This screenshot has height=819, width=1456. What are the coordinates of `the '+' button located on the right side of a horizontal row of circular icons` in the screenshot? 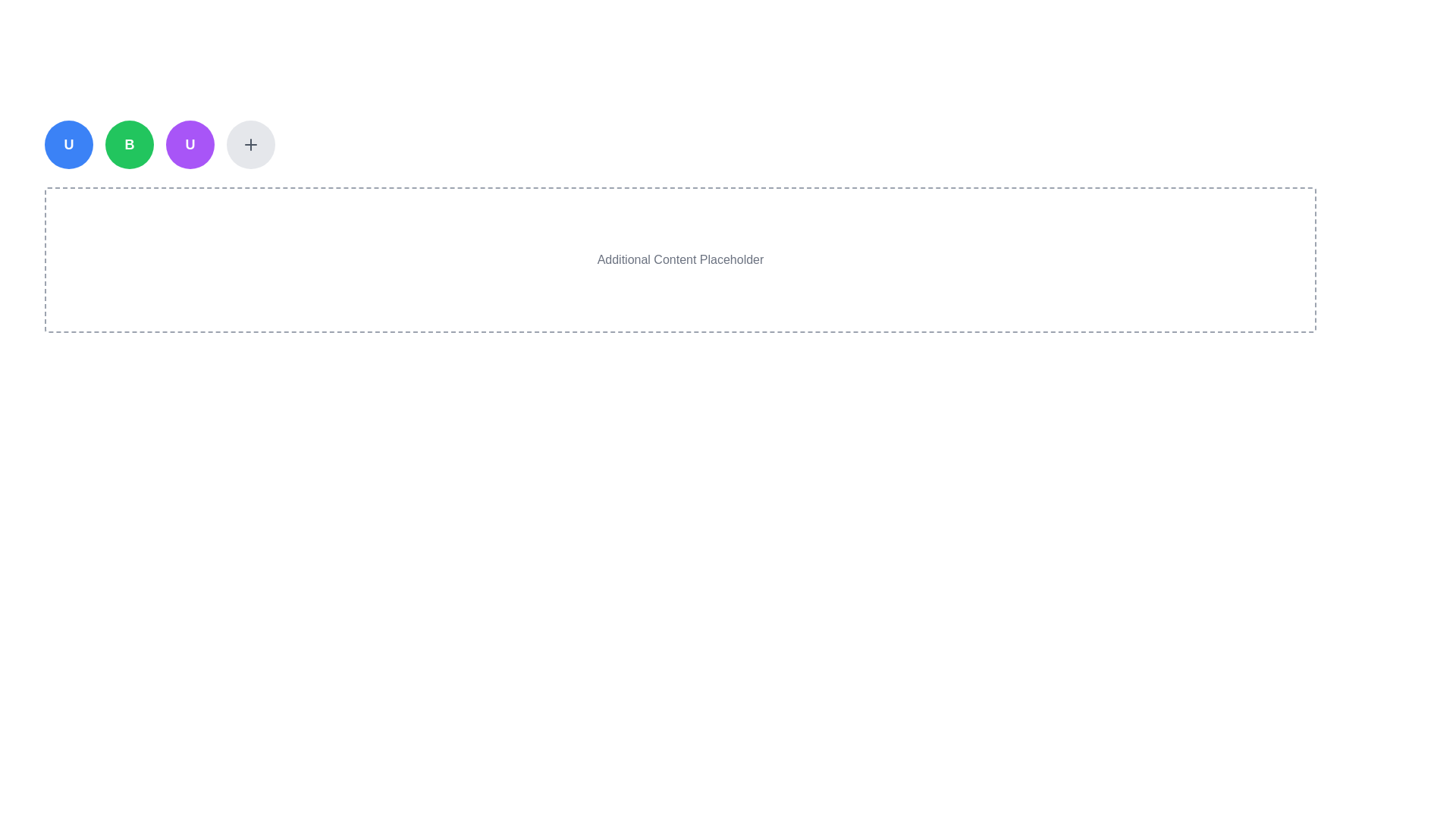 It's located at (251, 145).